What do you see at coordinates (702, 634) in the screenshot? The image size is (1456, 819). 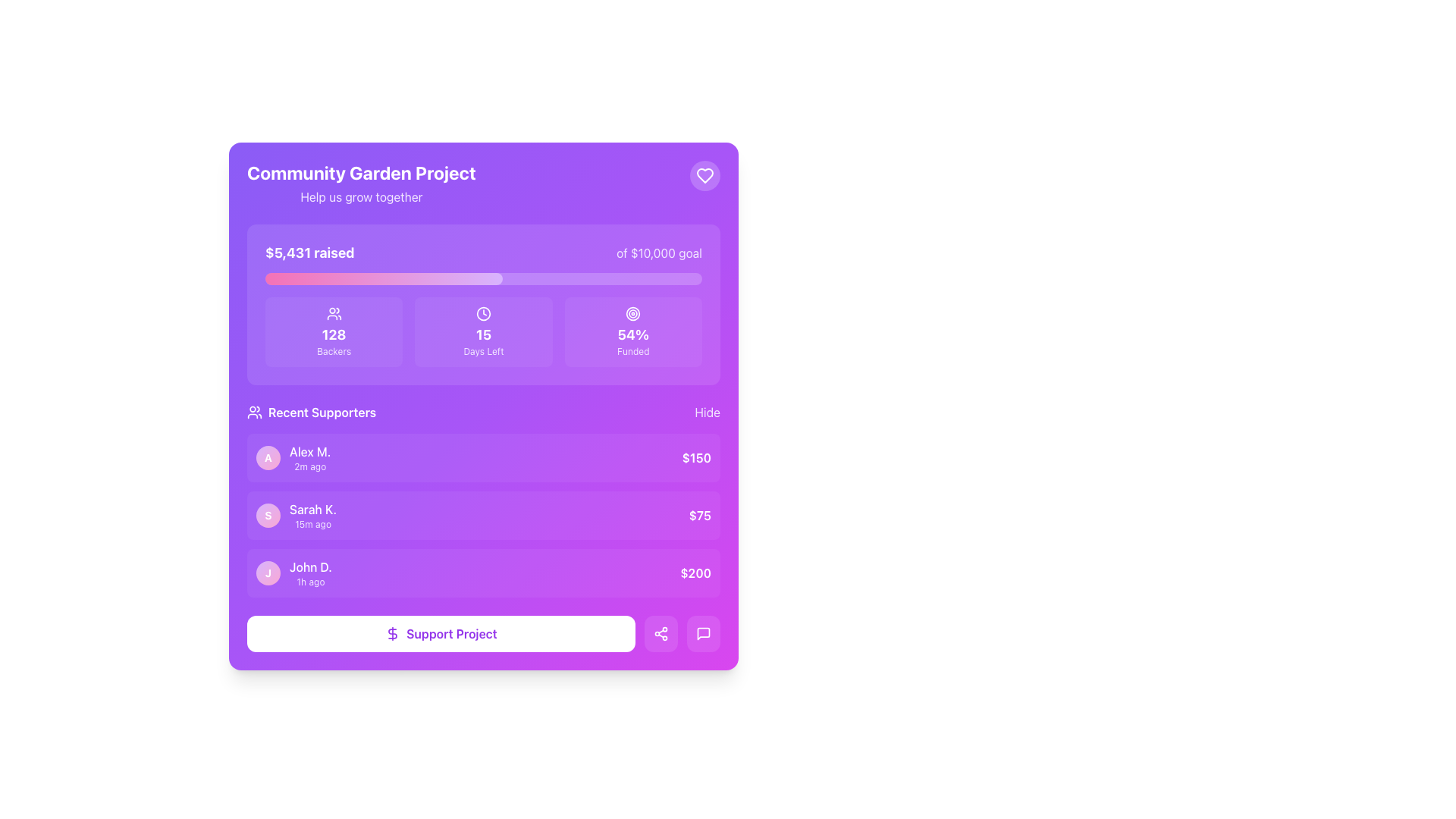 I see `the square button with rounded edges featuring a white speech bubble icon located in the lower-right corner of the 'Support Project' section` at bounding box center [702, 634].